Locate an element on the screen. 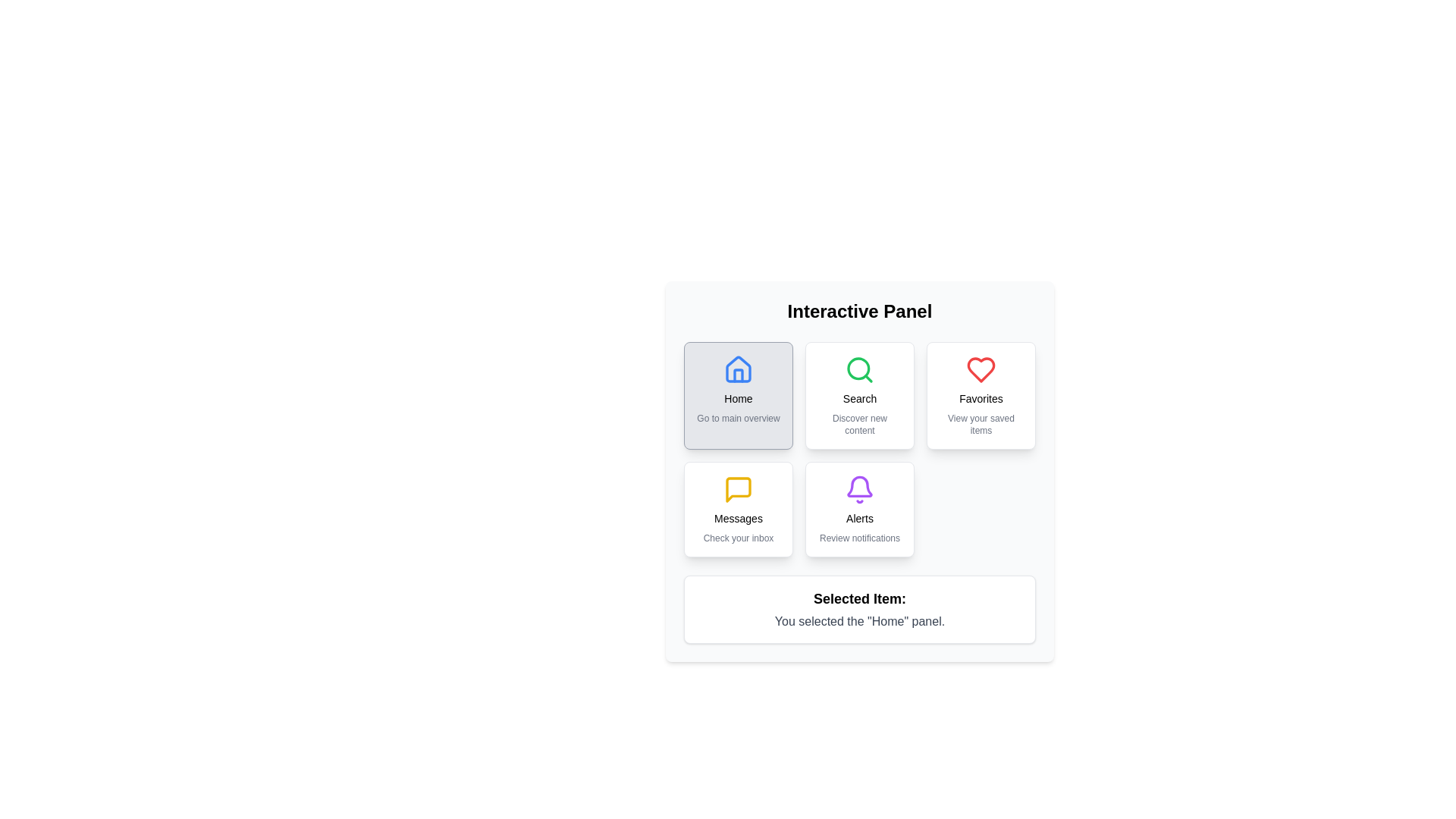 This screenshot has width=1456, height=819. the 'Favorites' text label, which is located in the top-right corner of the grid layout, below a red heart-shaped icon and above a smaller descriptive text is located at coordinates (981, 397).